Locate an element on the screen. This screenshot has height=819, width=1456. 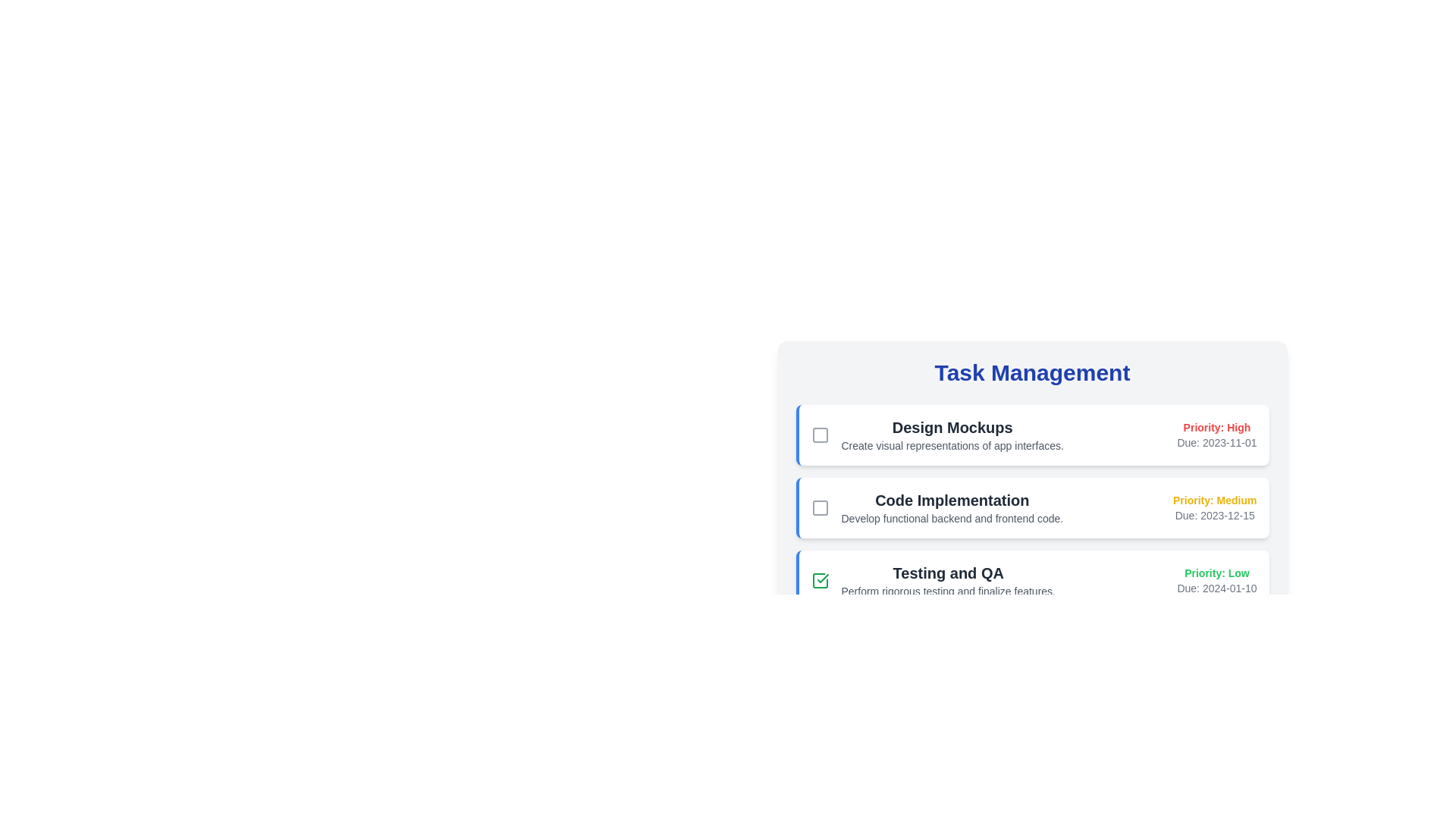
text label that says 'Create visual representations of app interfaces.' located under the 'Design Mockups' title in the 'Task Management' section is located at coordinates (952, 444).